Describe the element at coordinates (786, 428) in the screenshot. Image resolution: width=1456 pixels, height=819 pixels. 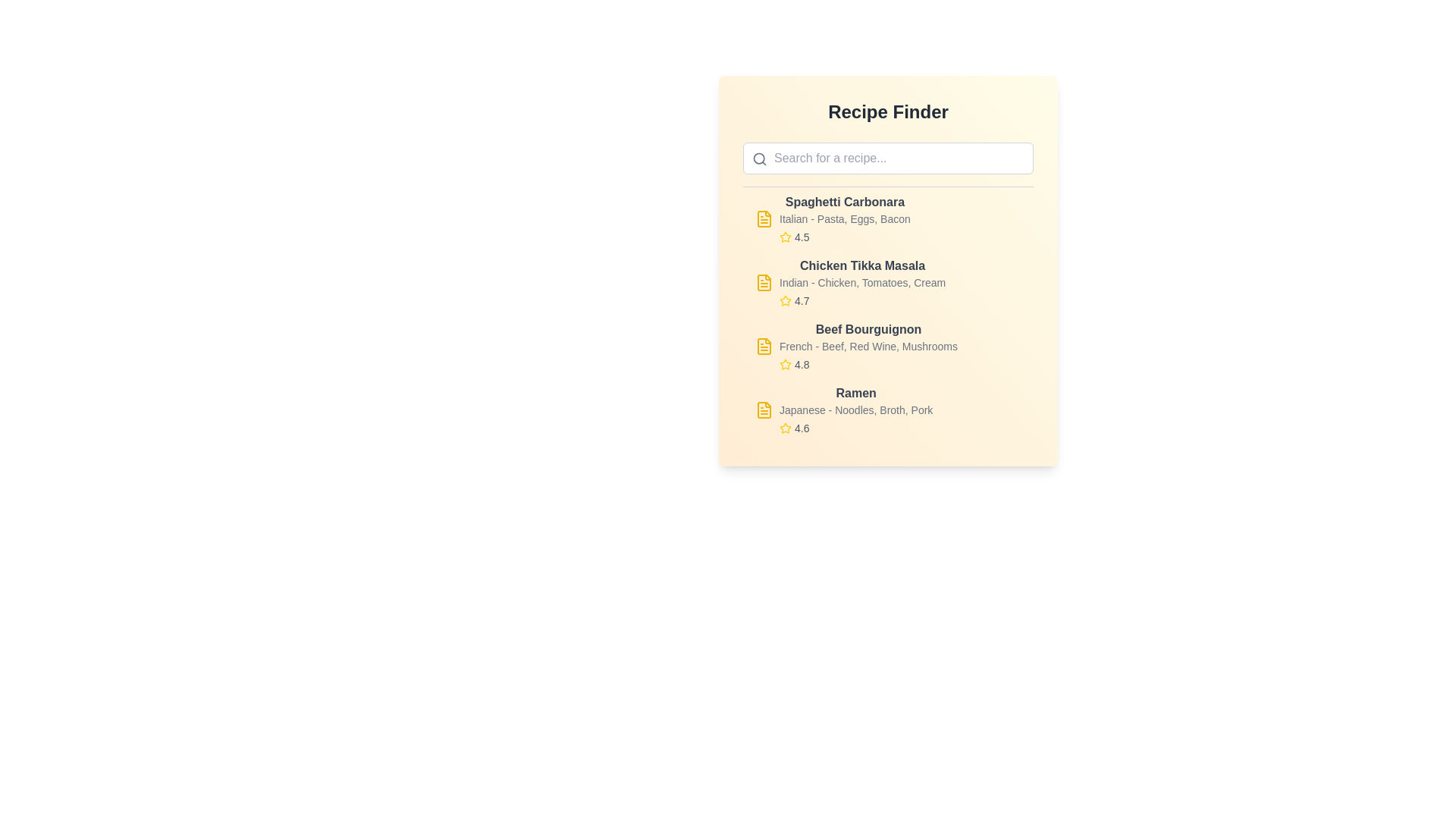
I see `the star icon adjacent to the fourth recipe item 'Ramen' in the list, which indicates the rating of '4.6'` at that location.